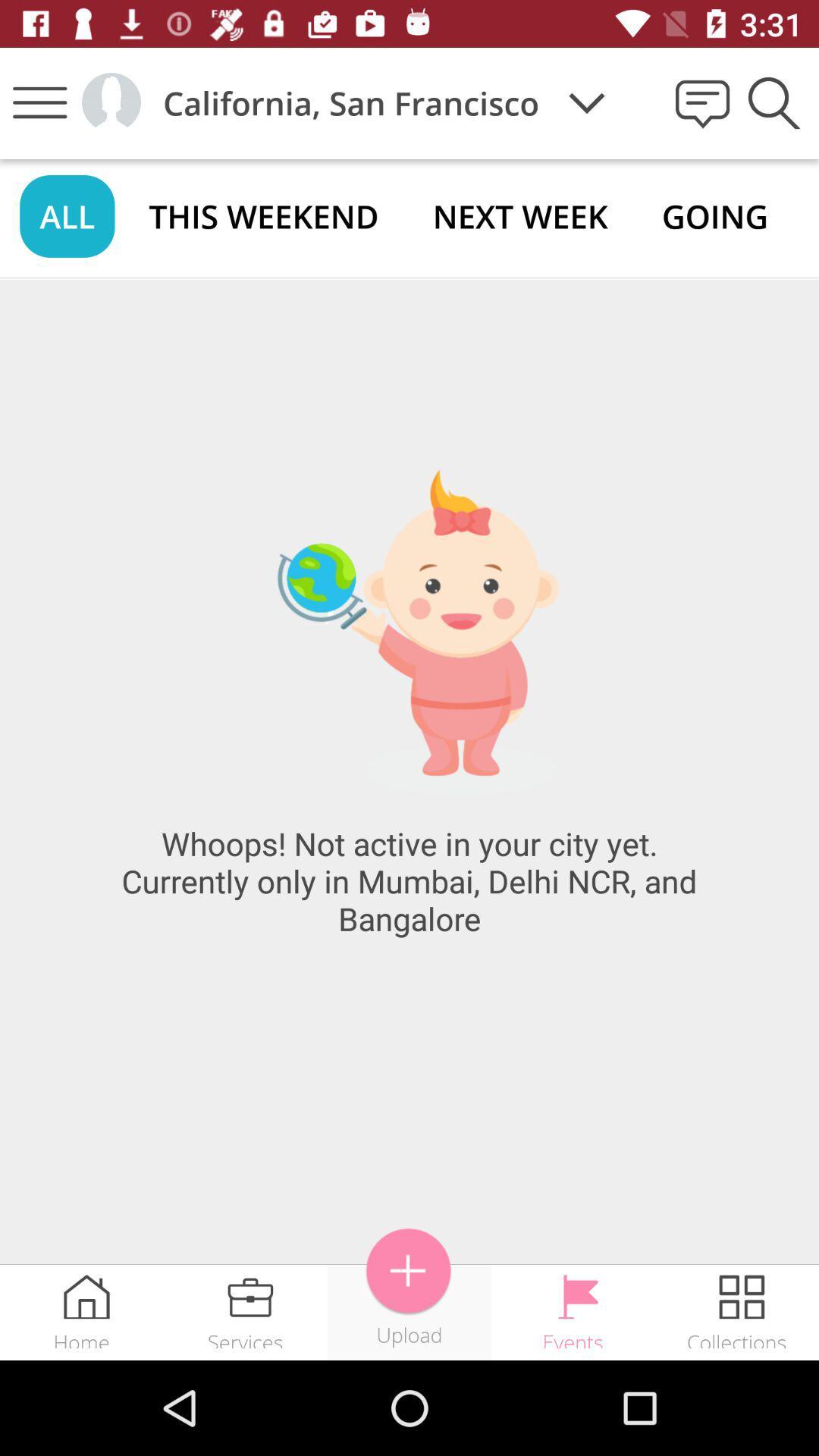 The height and width of the screenshot is (1456, 819). What do you see at coordinates (110, 102) in the screenshot?
I see `check profile` at bounding box center [110, 102].